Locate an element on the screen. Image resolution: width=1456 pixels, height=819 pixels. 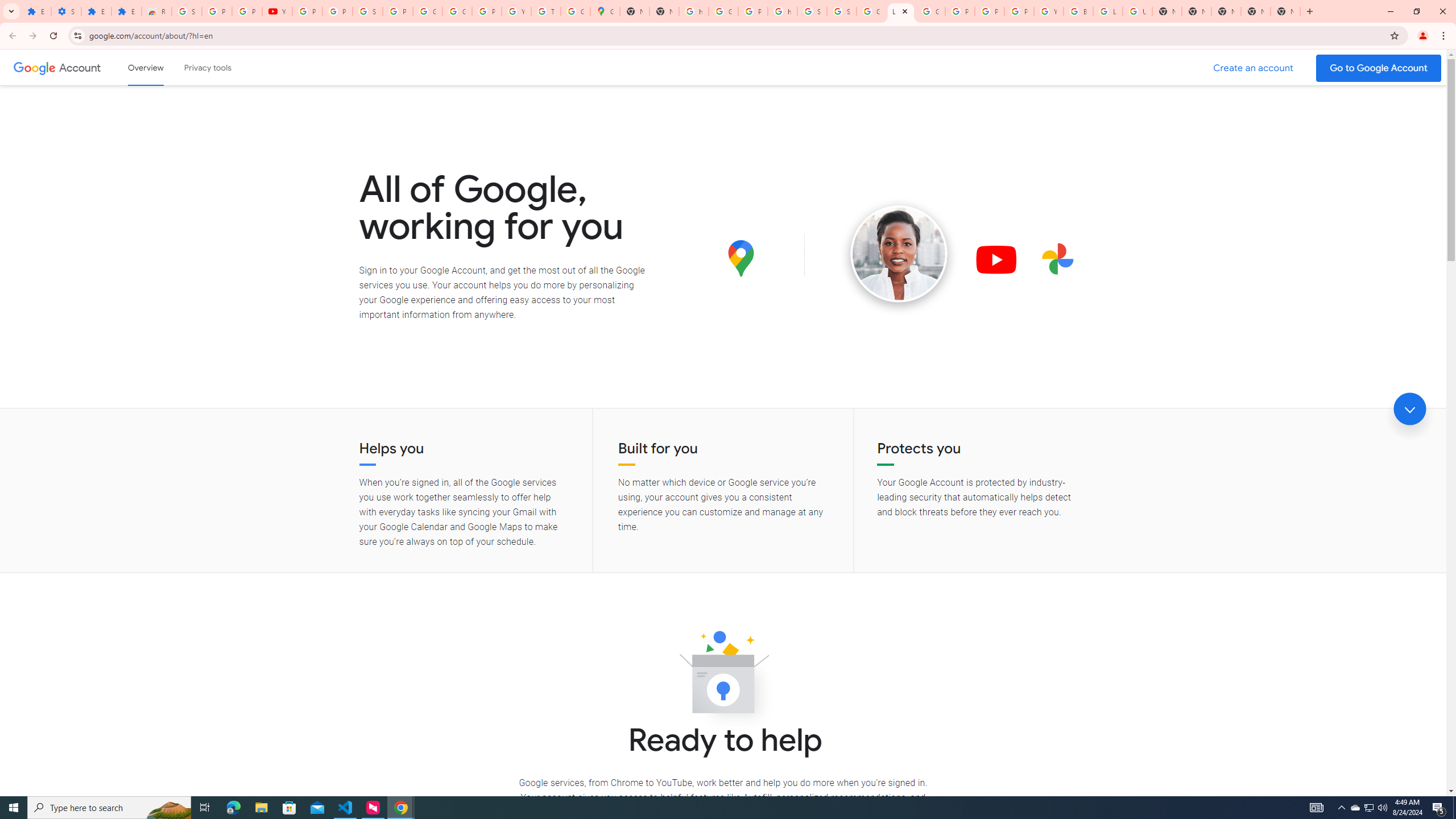
'Privacy tools' is located at coordinates (206, 67).